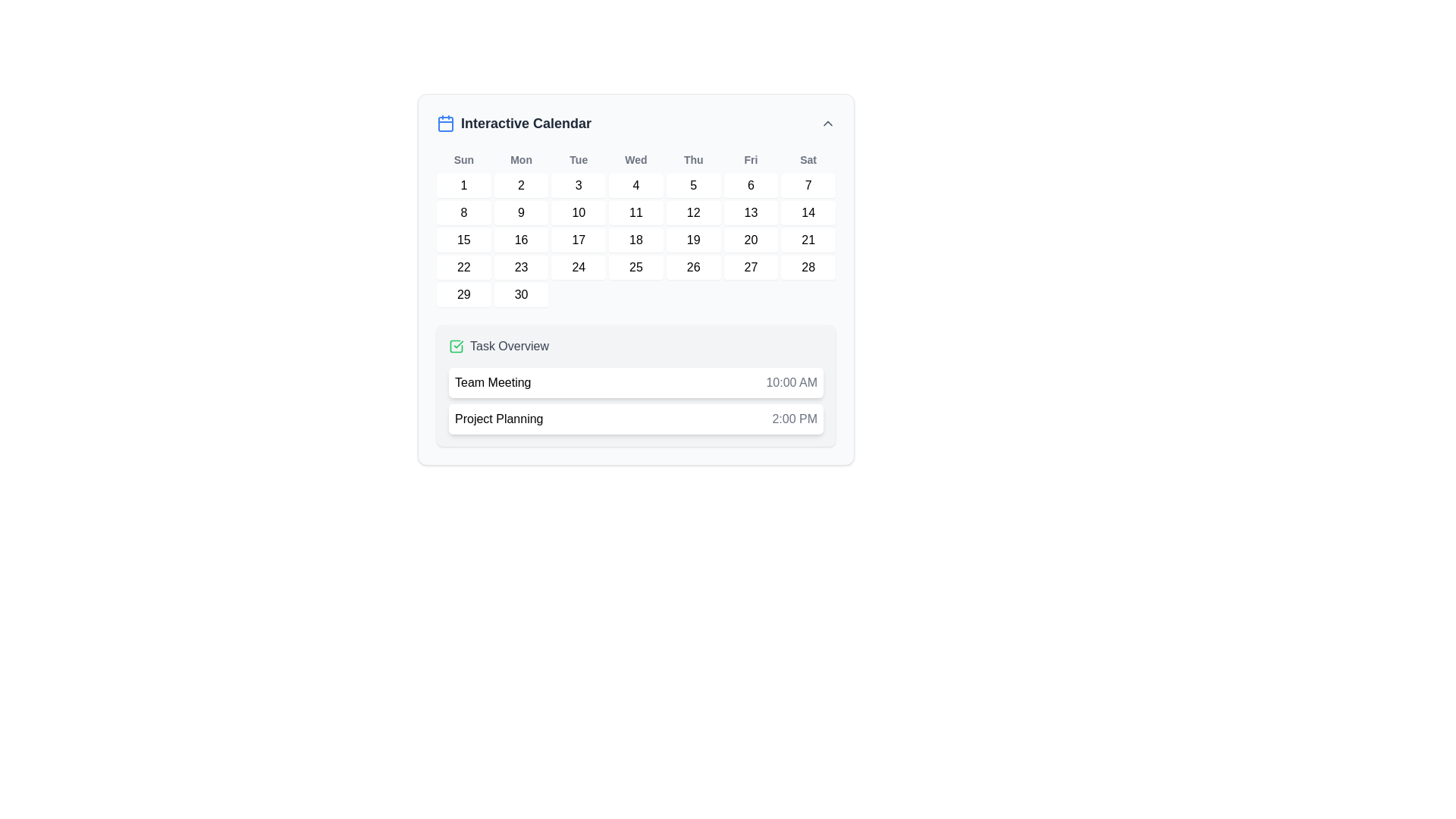 The height and width of the screenshot is (819, 1456). I want to click on the Text label that indicates 'Wednesday' in the calendar interface, which is the fourth item in the sequence of weekday labels, so click(636, 160).